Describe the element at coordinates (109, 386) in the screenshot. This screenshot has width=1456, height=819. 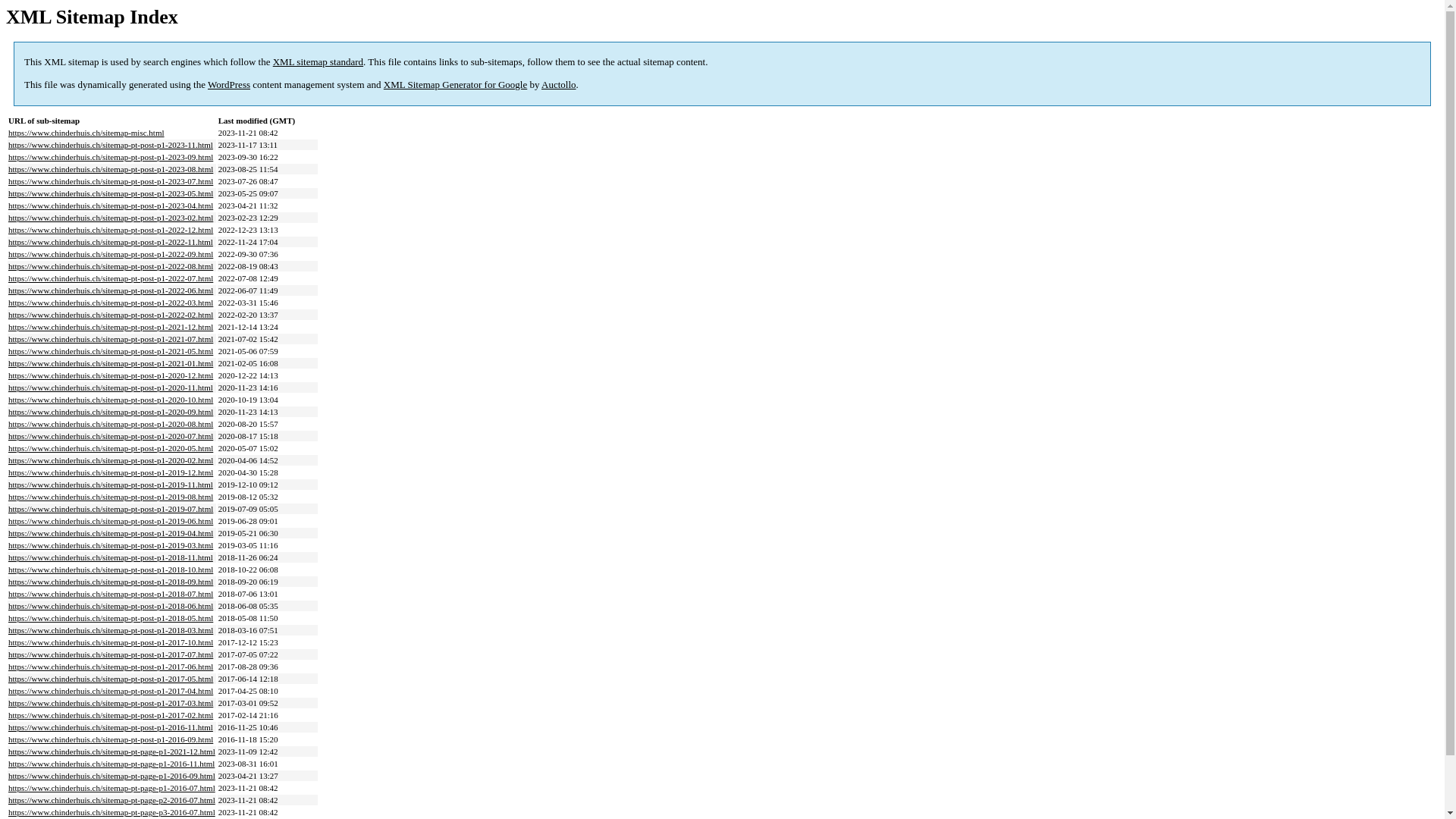
I see `'https://www.chinderhuis.ch/sitemap-pt-post-p1-2020-11.html'` at that location.